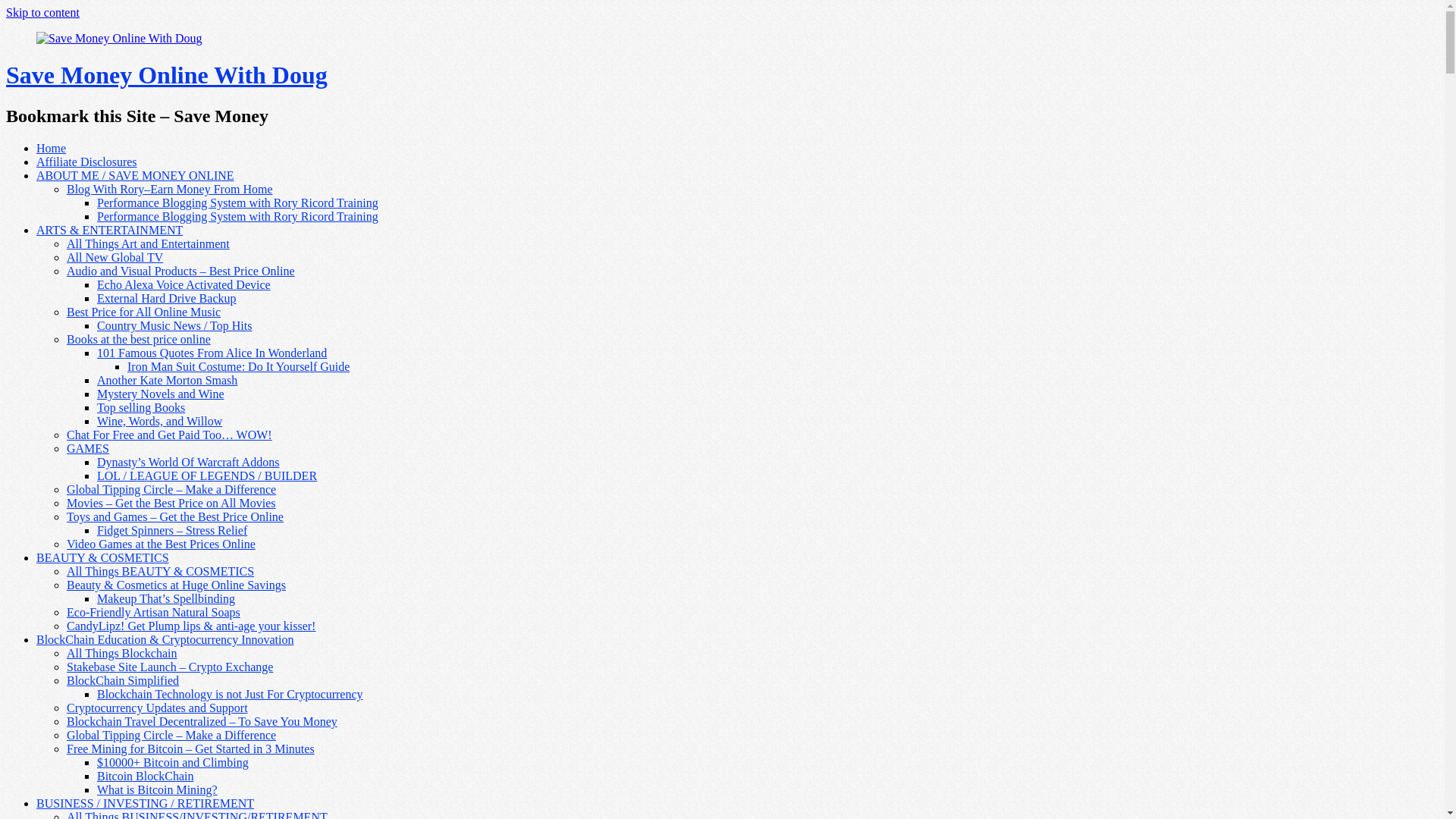 The width and height of the screenshot is (1456, 819). What do you see at coordinates (96, 406) in the screenshot?
I see `'Top selling Books'` at bounding box center [96, 406].